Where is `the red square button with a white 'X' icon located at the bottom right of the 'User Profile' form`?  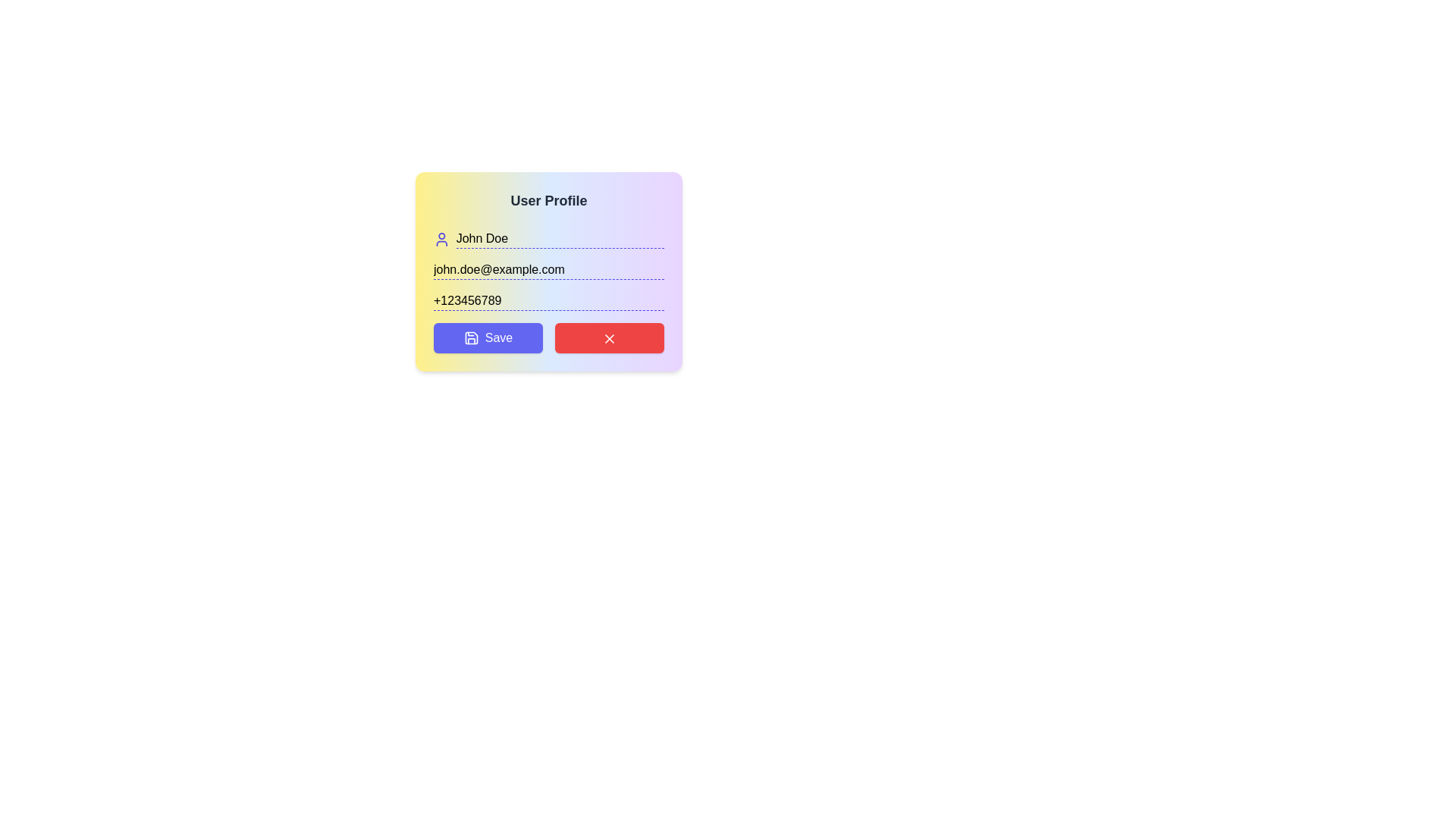
the red square button with a white 'X' icon located at the bottom right of the 'User Profile' form is located at coordinates (610, 337).